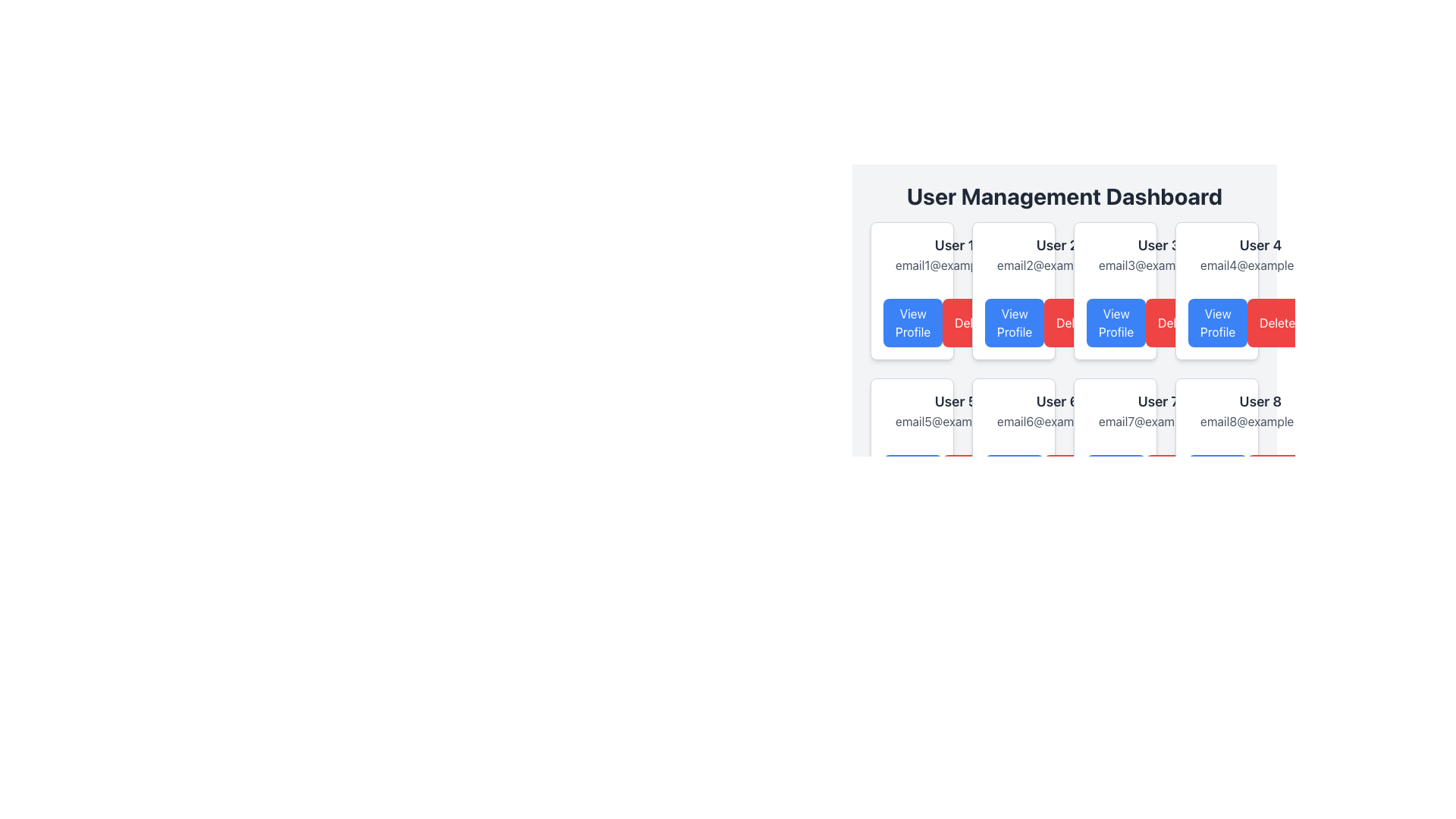 Image resolution: width=1456 pixels, height=819 pixels. What do you see at coordinates (1115, 411) in the screenshot?
I see `the Text Display element that shows user-related information, located in the second row and seventh column of the User Management Dashboard, above the 'View Profile' and 'Delete' buttons` at bounding box center [1115, 411].